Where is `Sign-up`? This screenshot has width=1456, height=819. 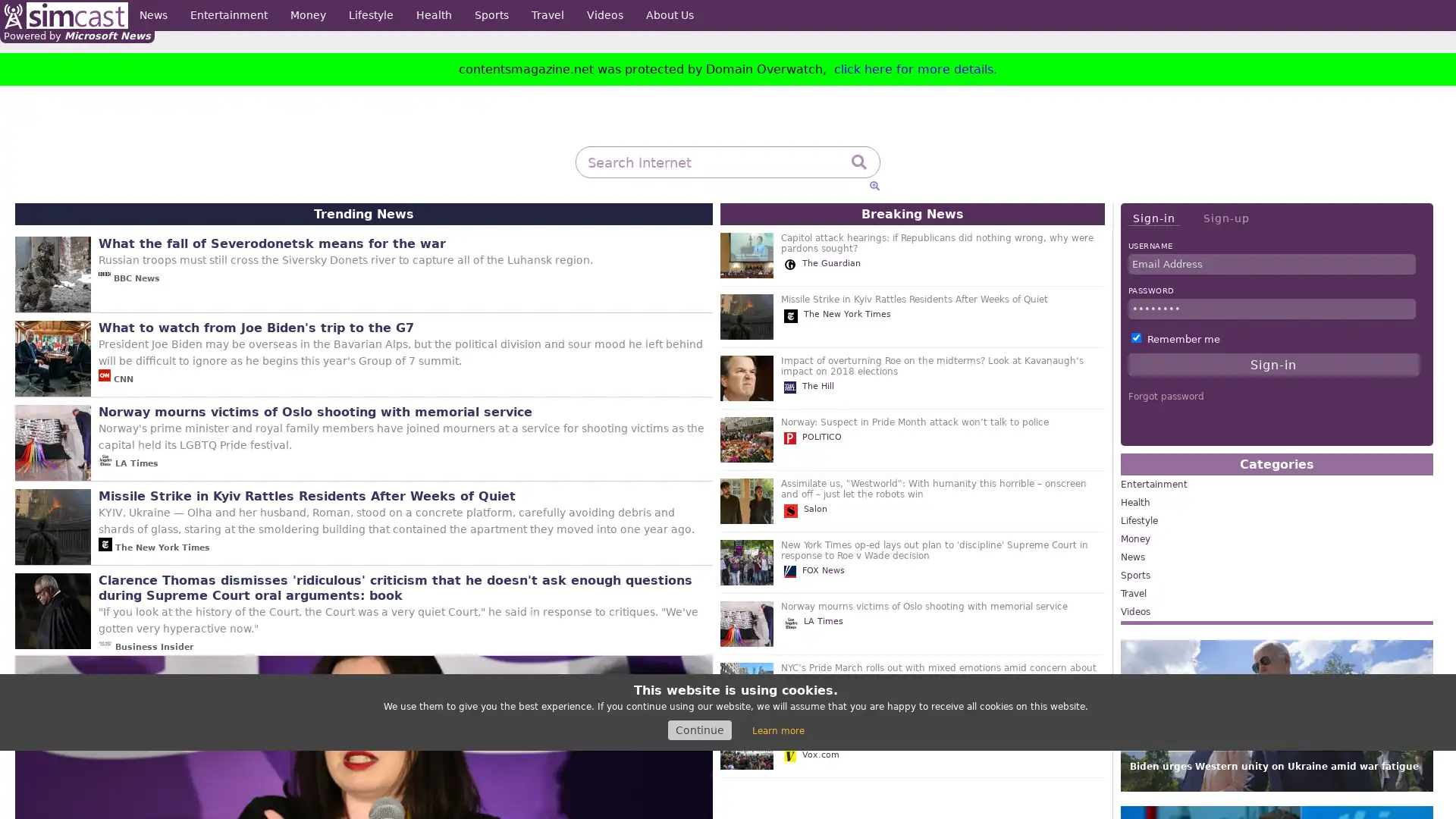 Sign-up is located at coordinates (1225, 218).